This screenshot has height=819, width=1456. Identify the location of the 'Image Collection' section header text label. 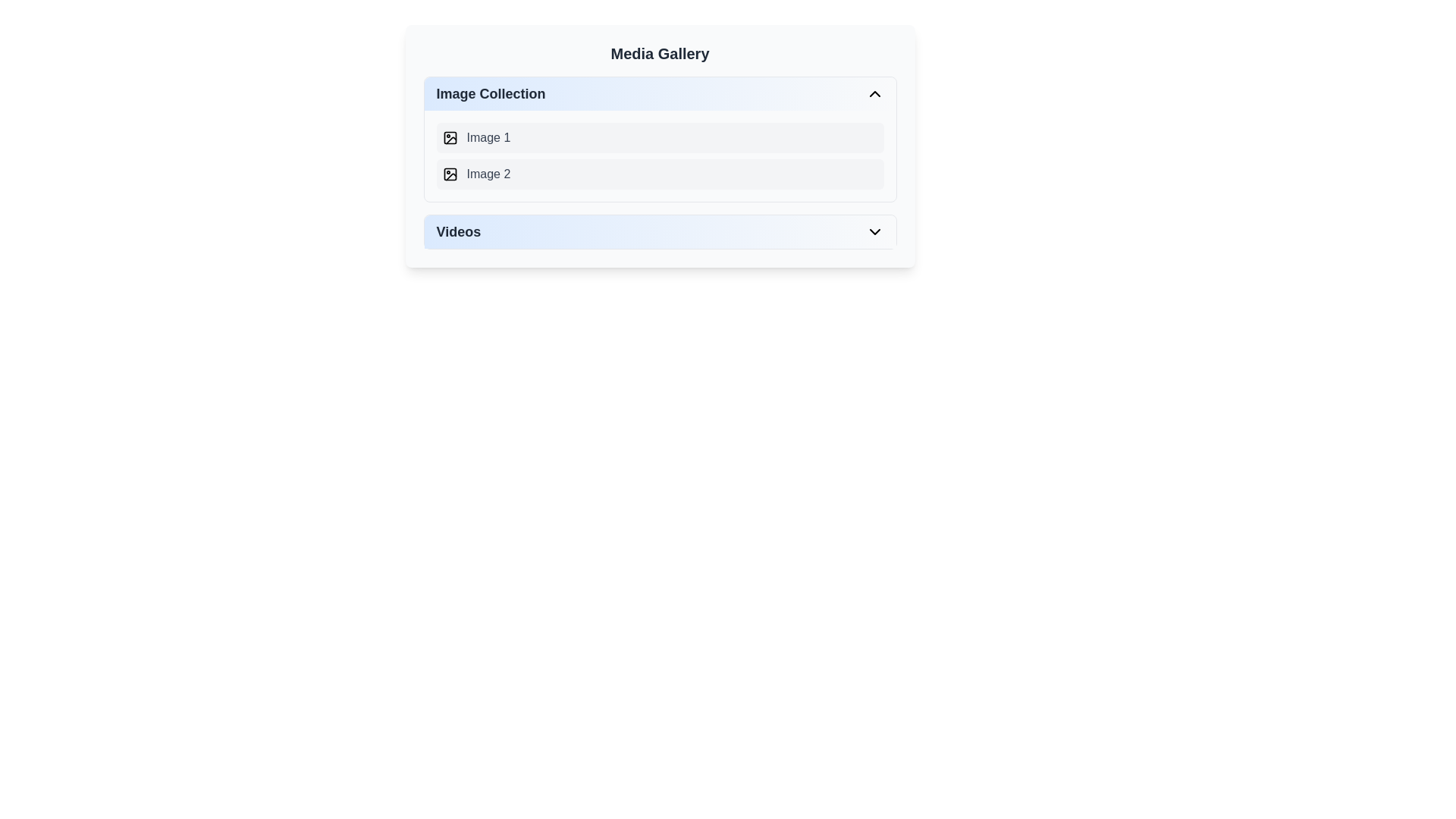
(491, 93).